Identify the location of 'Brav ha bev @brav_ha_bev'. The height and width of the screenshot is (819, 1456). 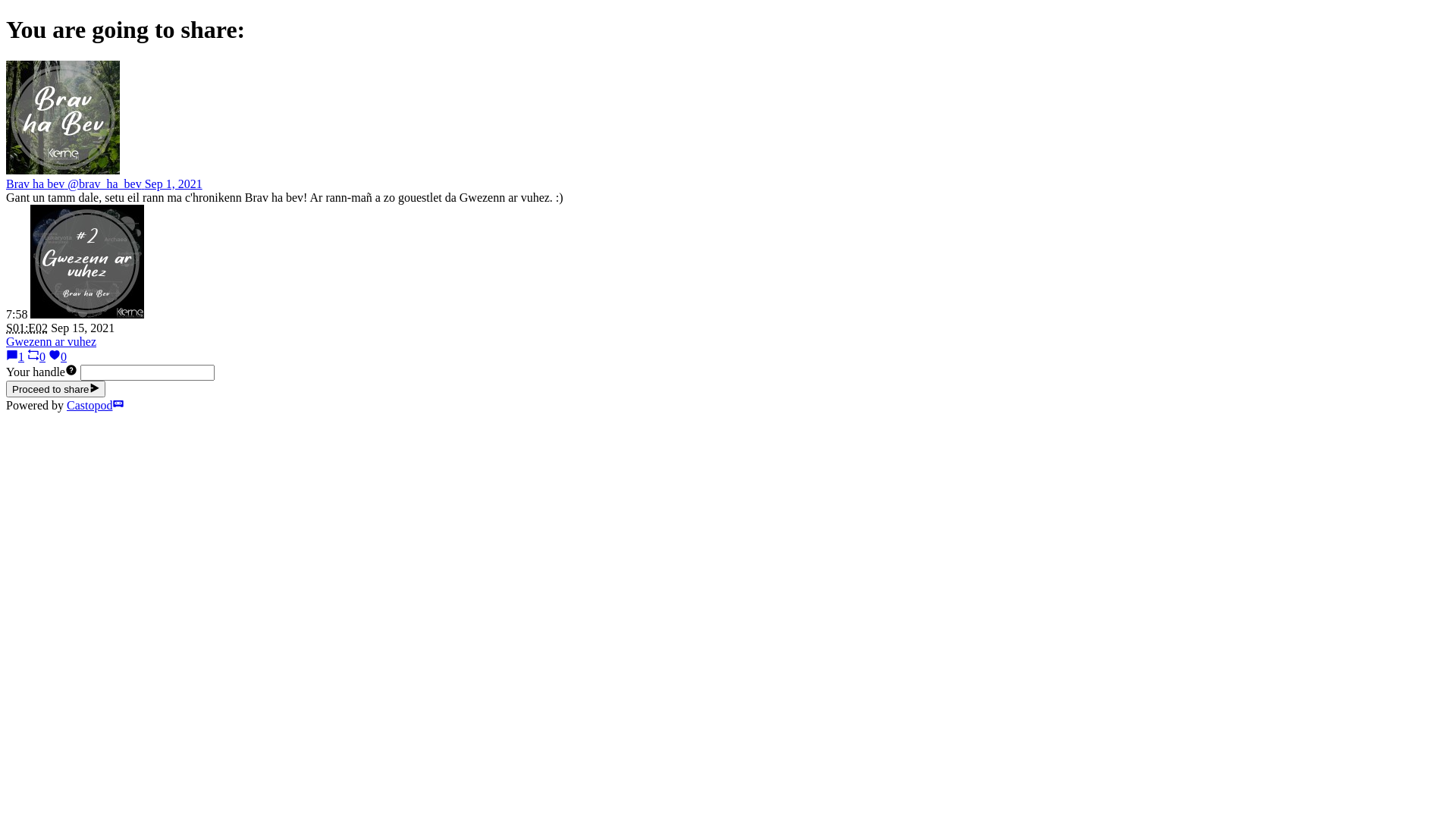
(74, 183).